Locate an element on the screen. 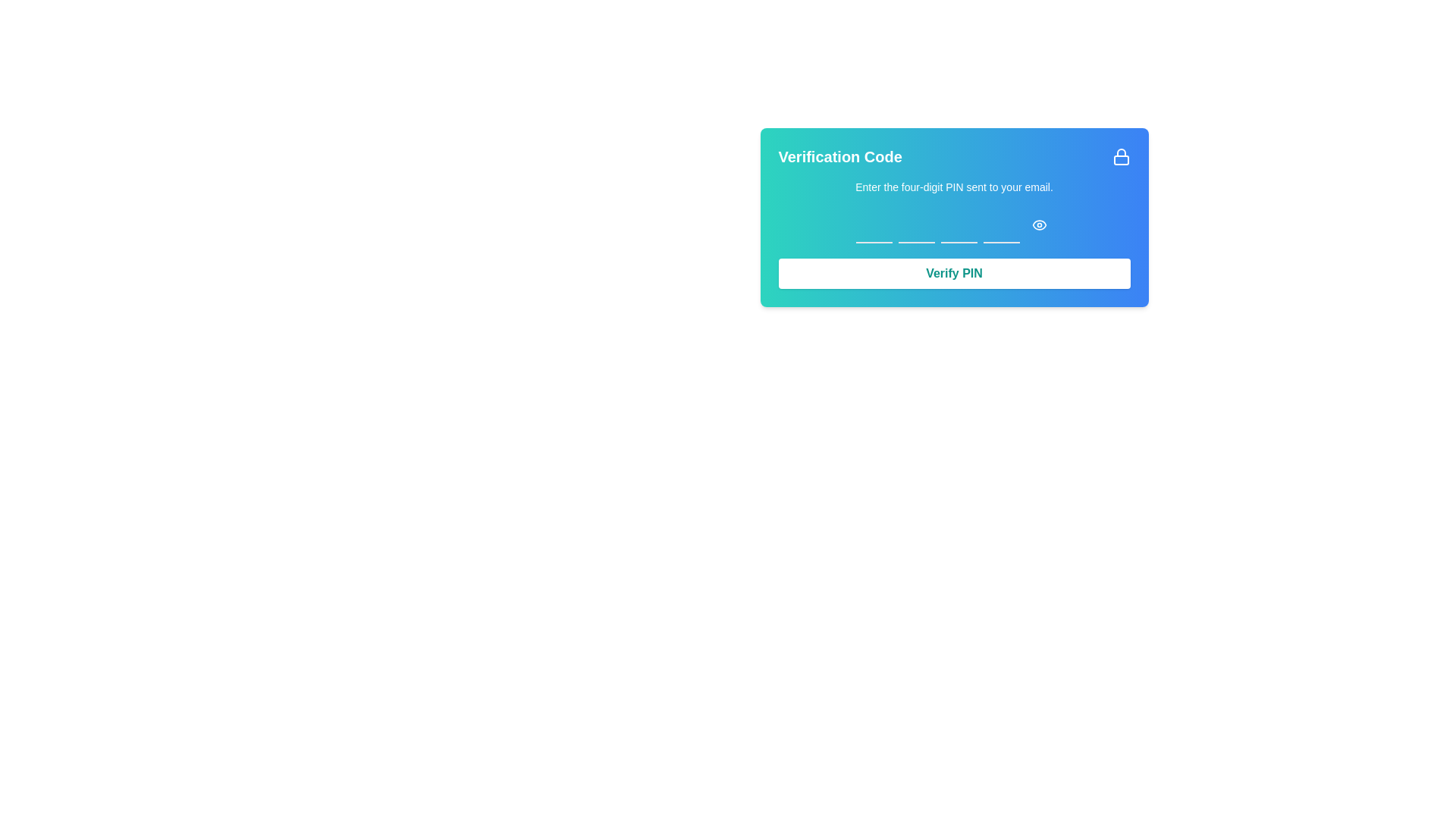 The image size is (1456, 819). the curve element of the padlock icon, which visually represents the arch of the padlock, located above the rectangle body of the lock is located at coordinates (1121, 152).